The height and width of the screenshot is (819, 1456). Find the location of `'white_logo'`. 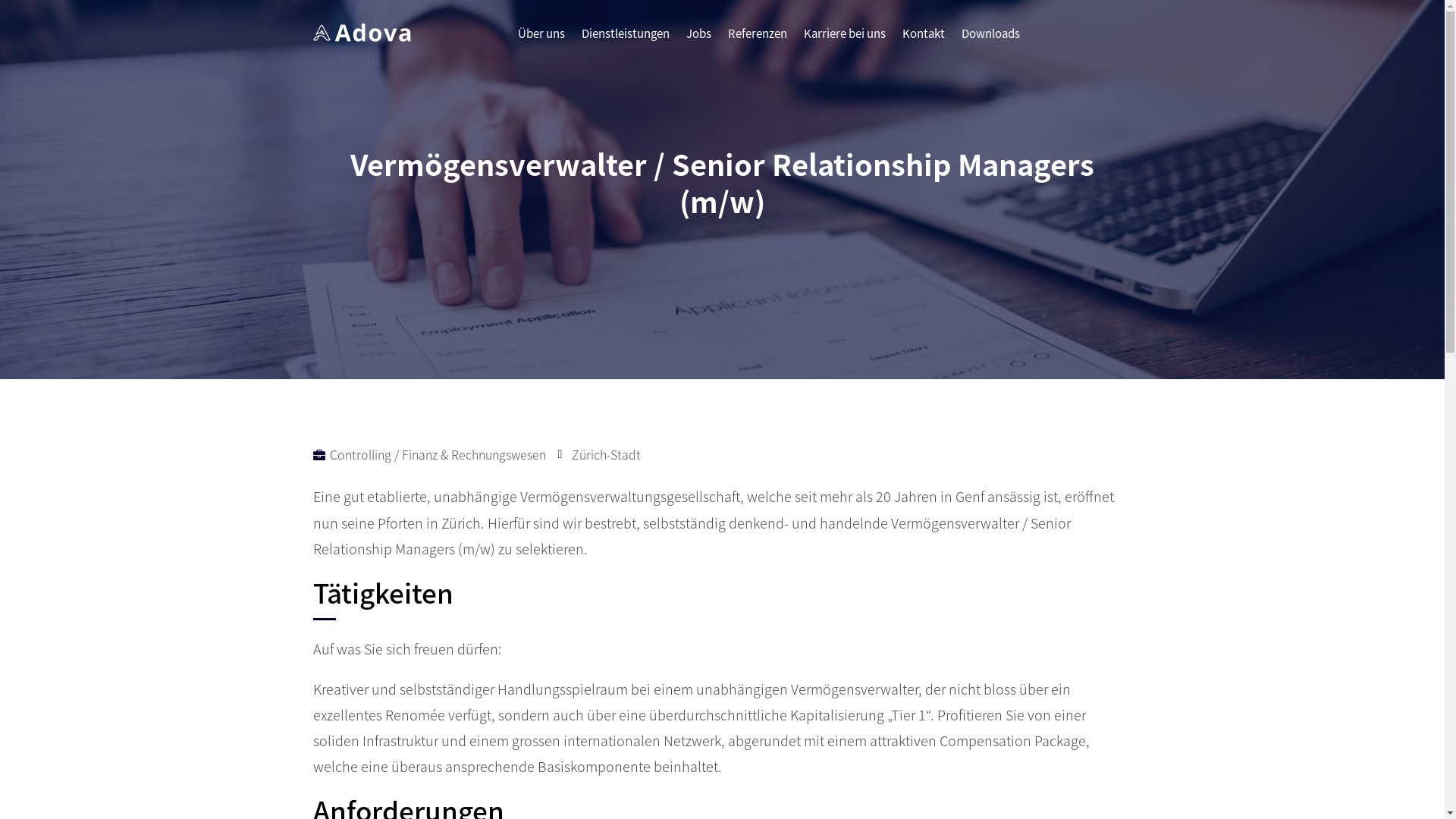

'white_logo' is located at coordinates (360, 32).